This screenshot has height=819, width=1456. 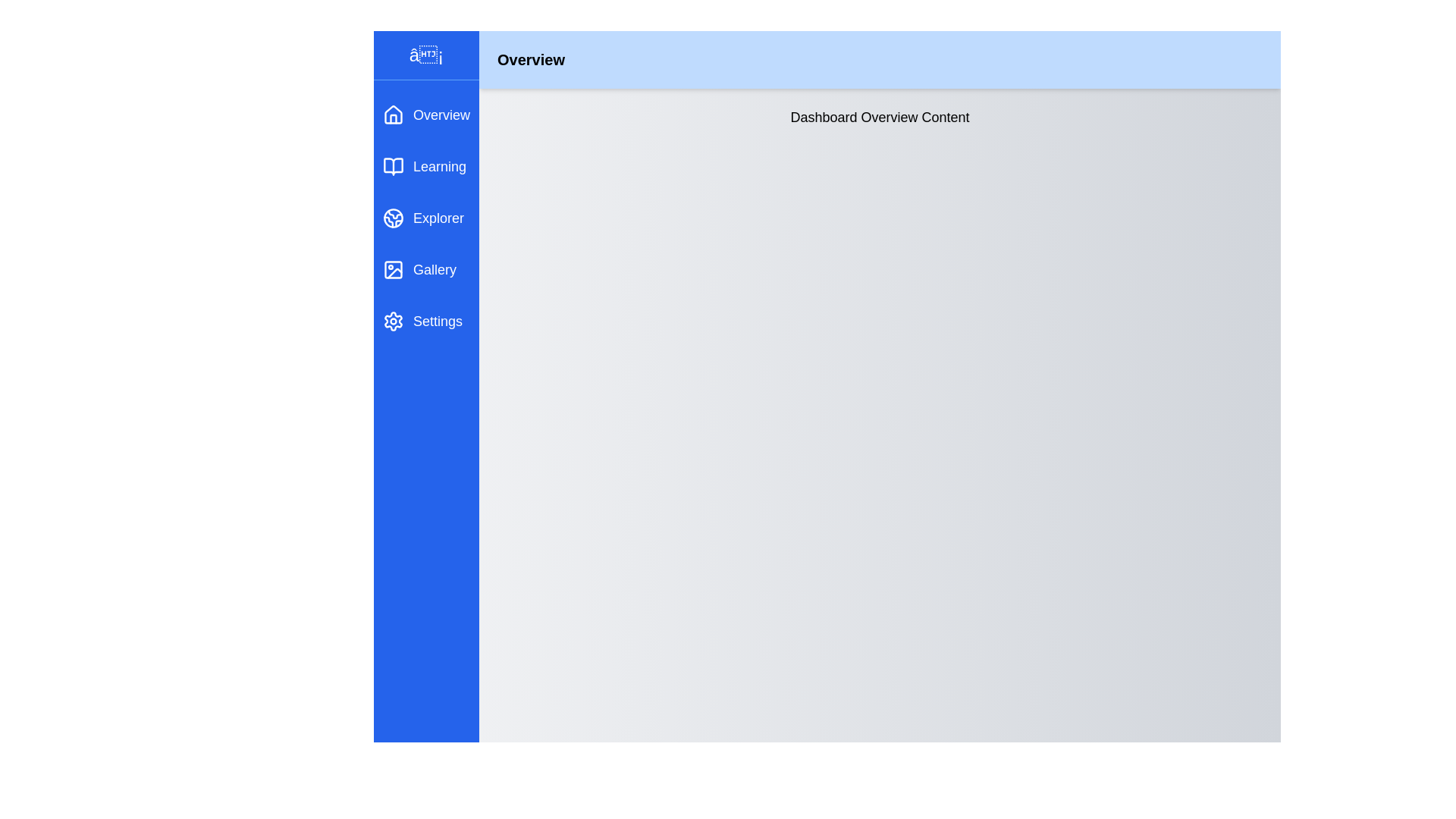 I want to click on the circular graphic icon representing the globe within the 'Explorer' navigation item on the vertical menu bar, so click(x=393, y=218).